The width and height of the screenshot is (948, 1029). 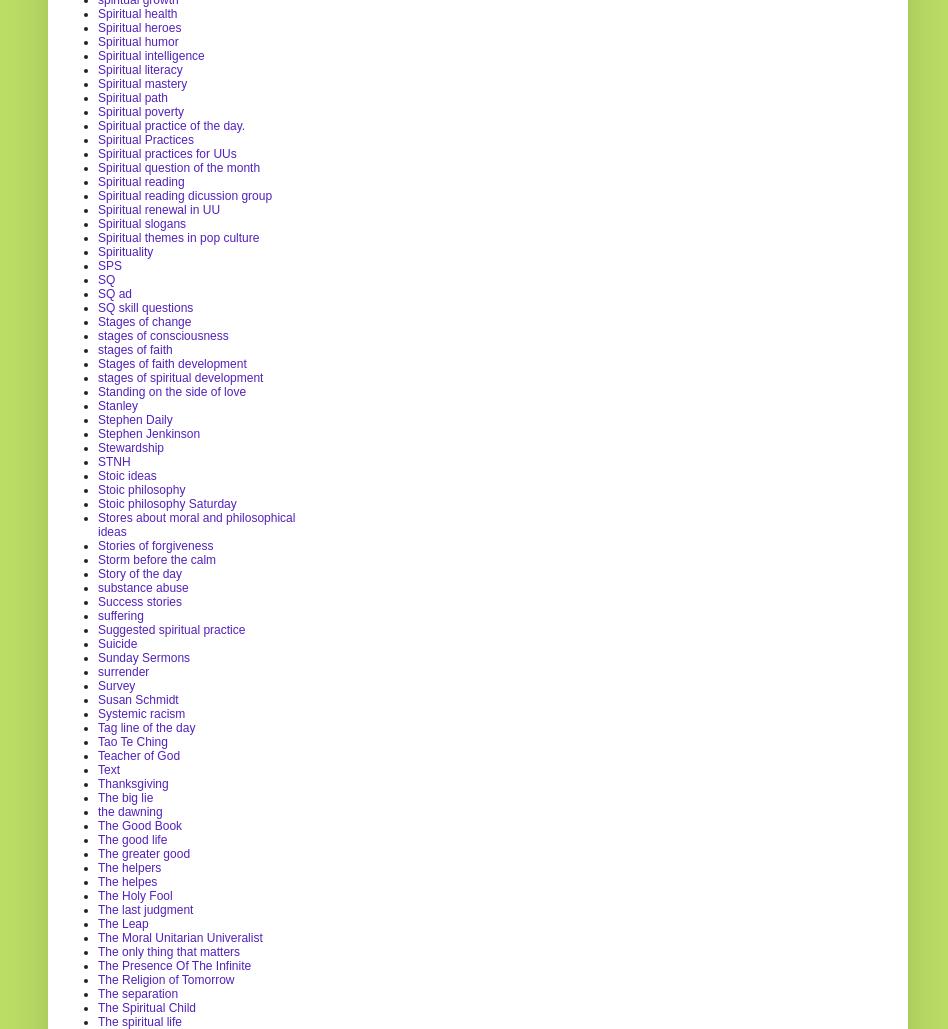 What do you see at coordinates (146, 1005) in the screenshot?
I see `'The Spiritual Child'` at bounding box center [146, 1005].